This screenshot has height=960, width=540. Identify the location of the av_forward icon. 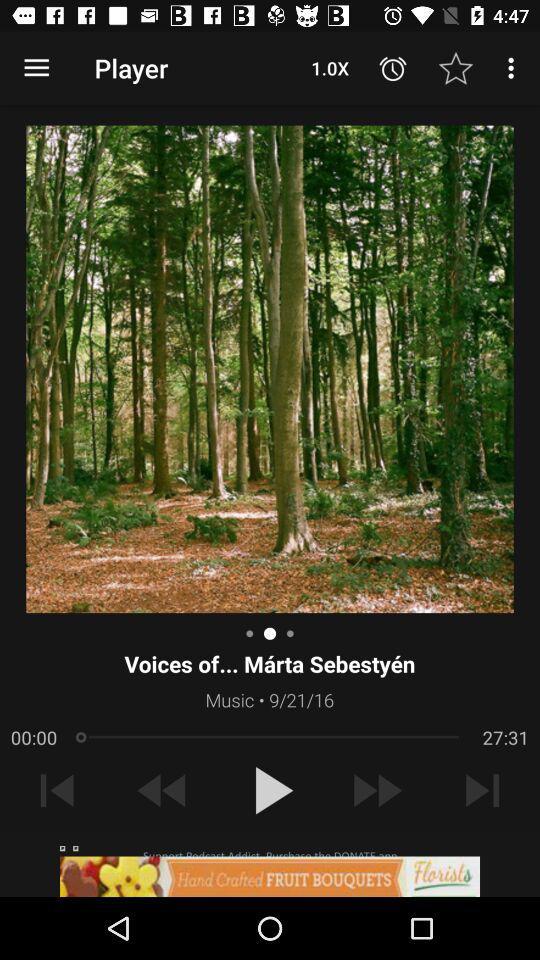
(376, 790).